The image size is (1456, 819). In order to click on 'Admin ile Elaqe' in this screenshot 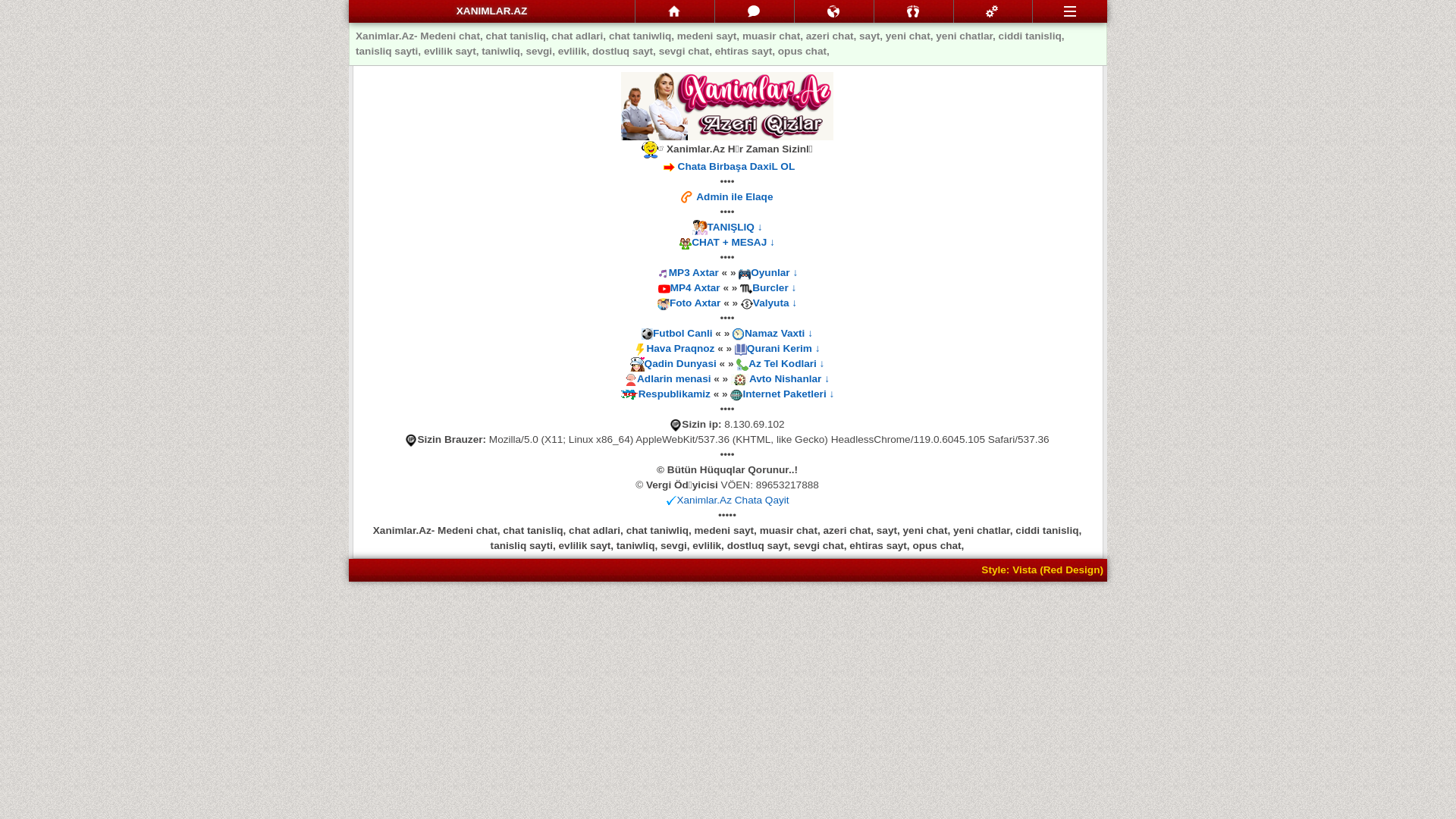, I will do `click(695, 196)`.